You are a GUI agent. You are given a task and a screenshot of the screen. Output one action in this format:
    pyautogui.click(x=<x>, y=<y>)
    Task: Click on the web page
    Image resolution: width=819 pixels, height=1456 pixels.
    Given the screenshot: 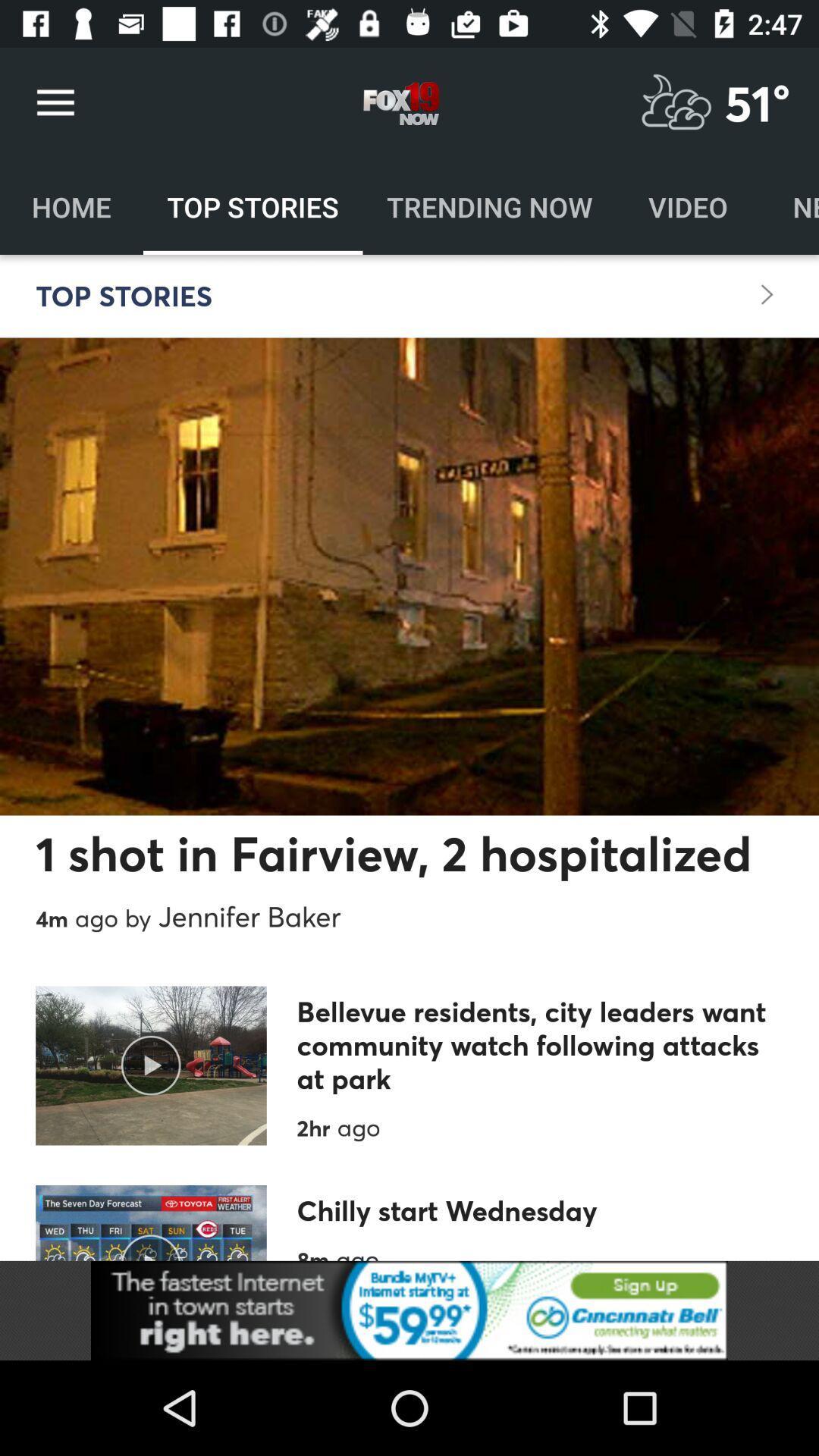 What is the action you would take?
    pyautogui.click(x=409, y=1310)
    